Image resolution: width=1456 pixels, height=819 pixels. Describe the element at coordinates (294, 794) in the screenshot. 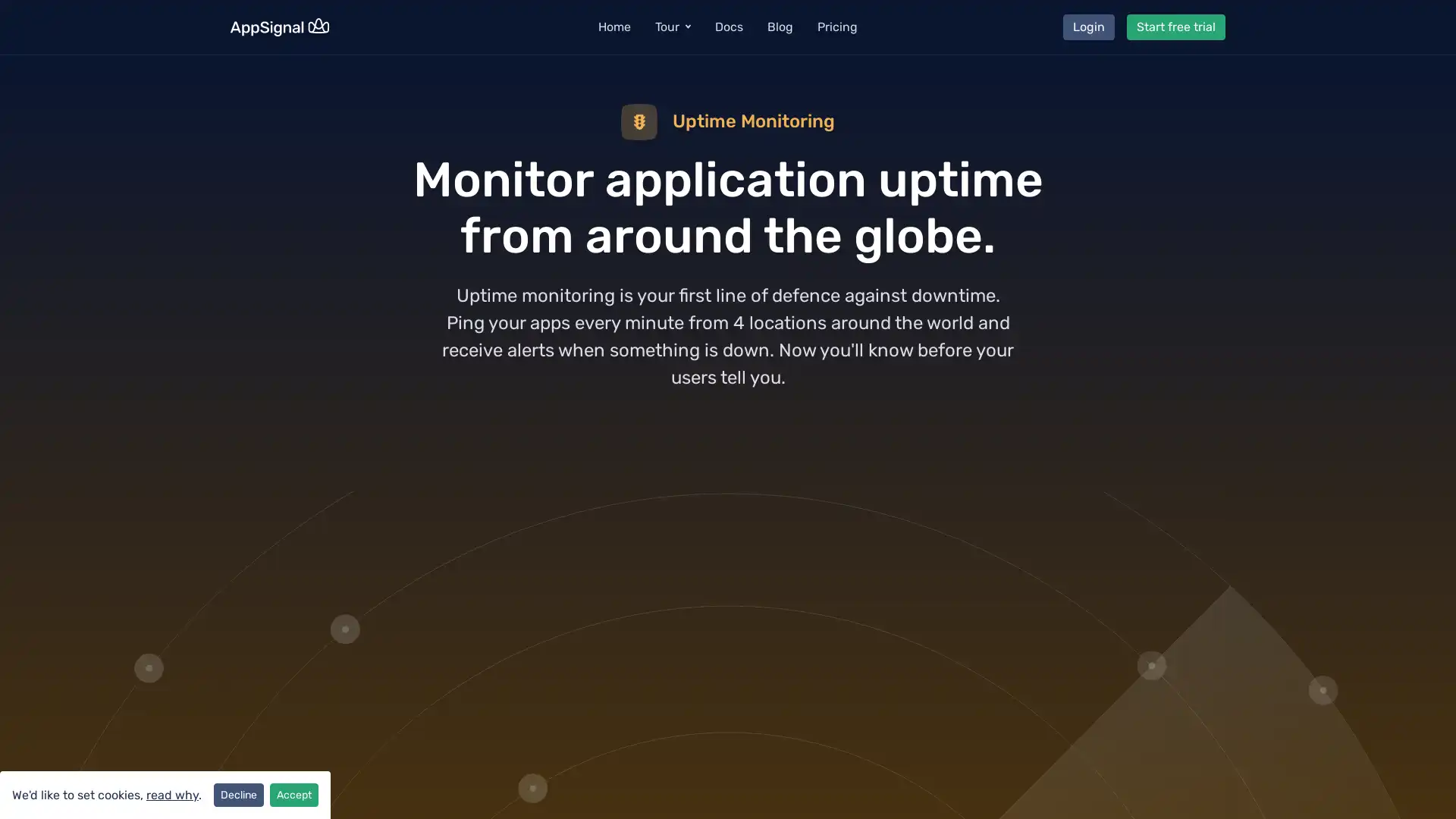

I see `Accept` at that location.